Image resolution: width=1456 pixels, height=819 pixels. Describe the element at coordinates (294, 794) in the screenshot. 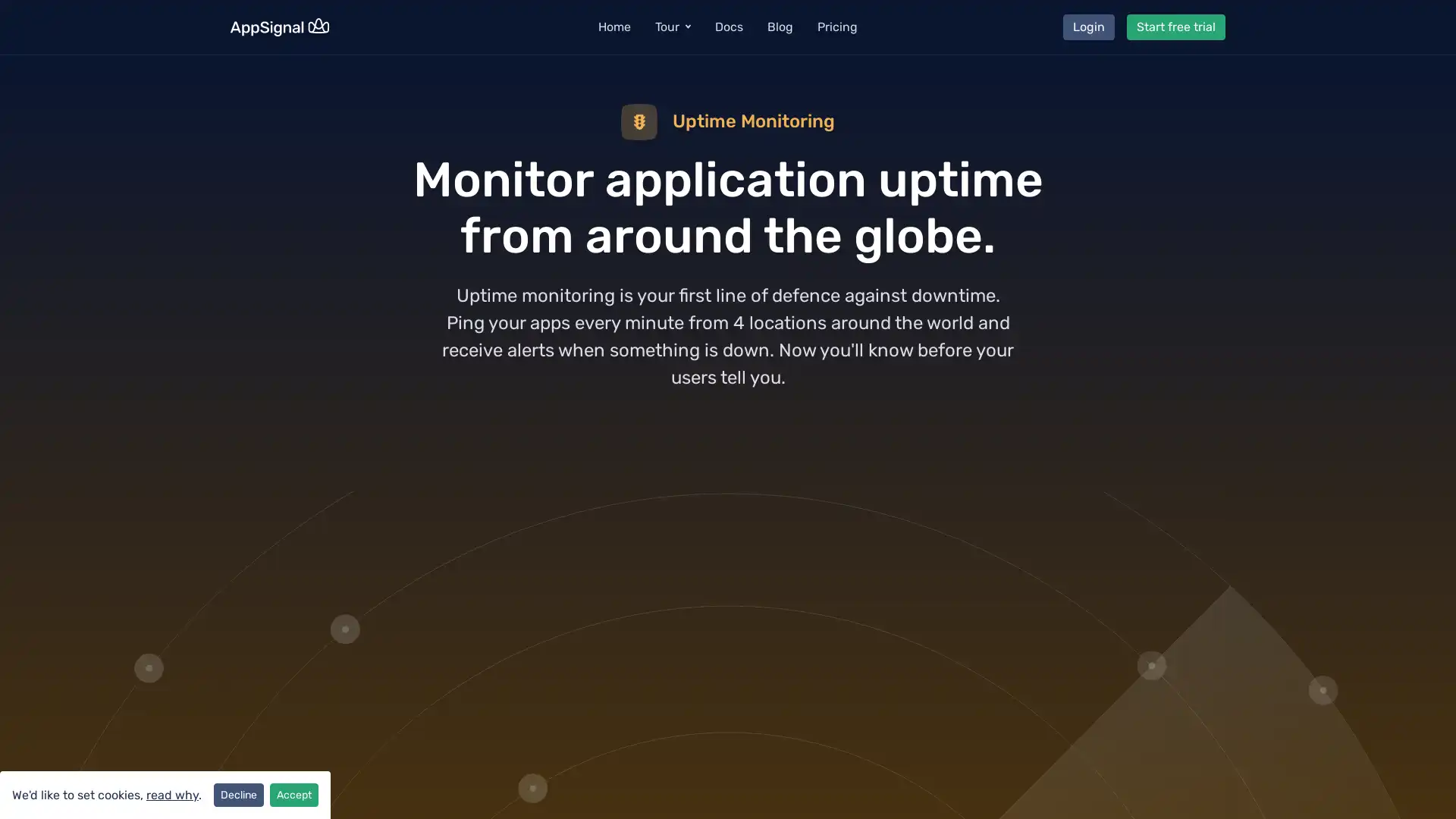

I see `Accept` at that location.